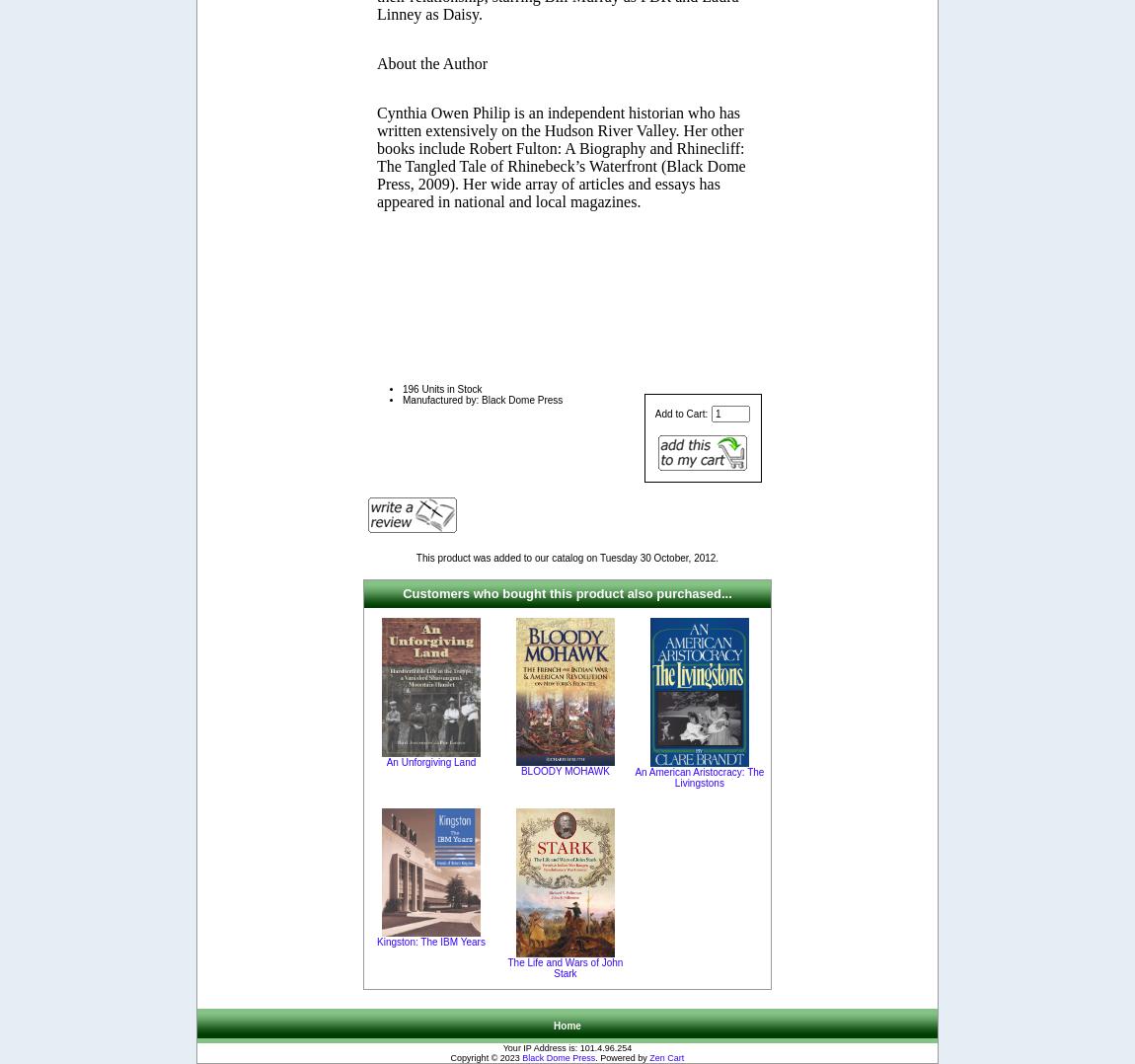  What do you see at coordinates (567, 593) in the screenshot?
I see `'Customers who bought this product also purchased...'` at bounding box center [567, 593].